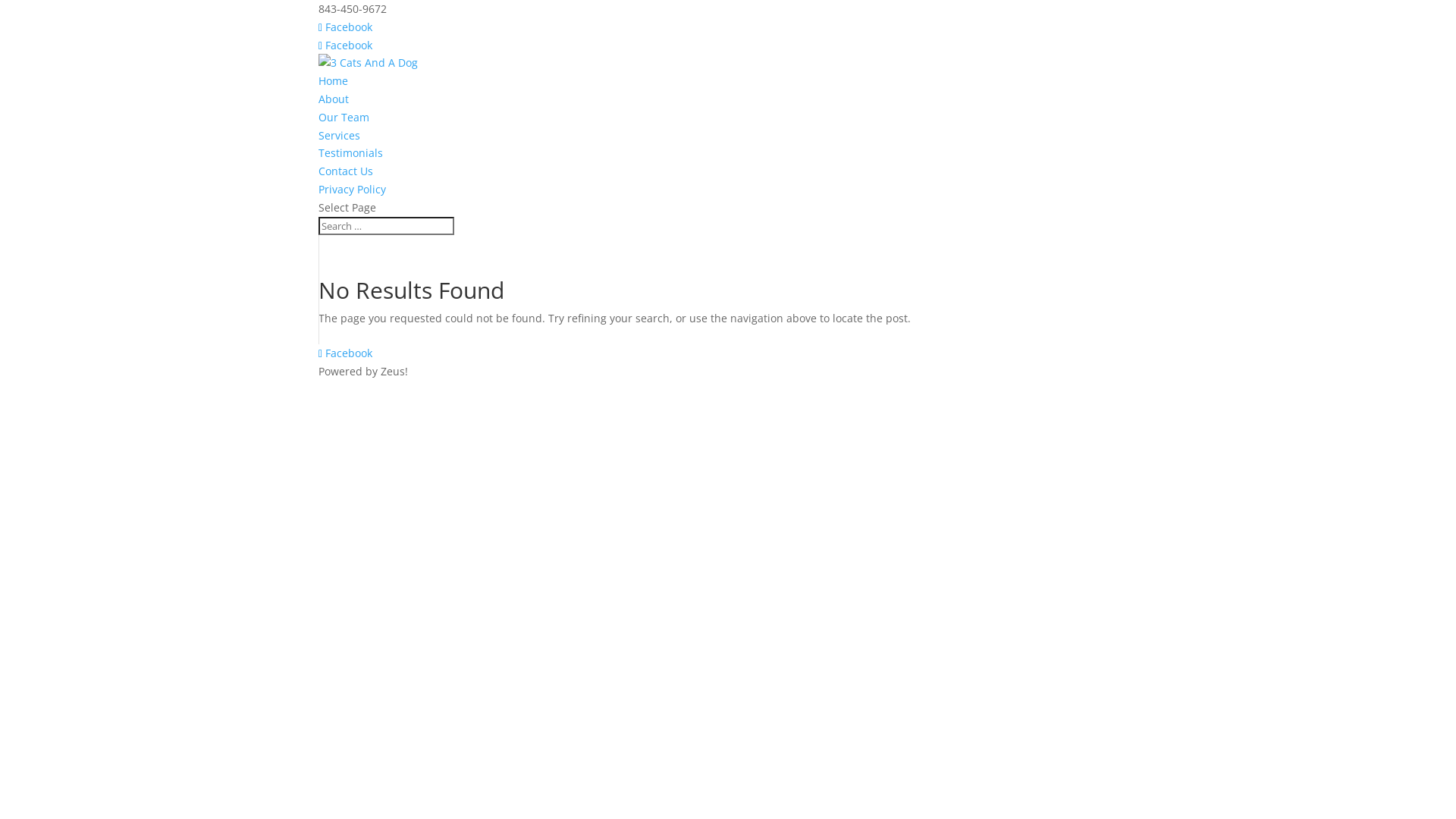 The image size is (1456, 819). What do you see at coordinates (351, 188) in the screenshot?
I see `'Privacy Policy'` at bounding box center [351, 188].